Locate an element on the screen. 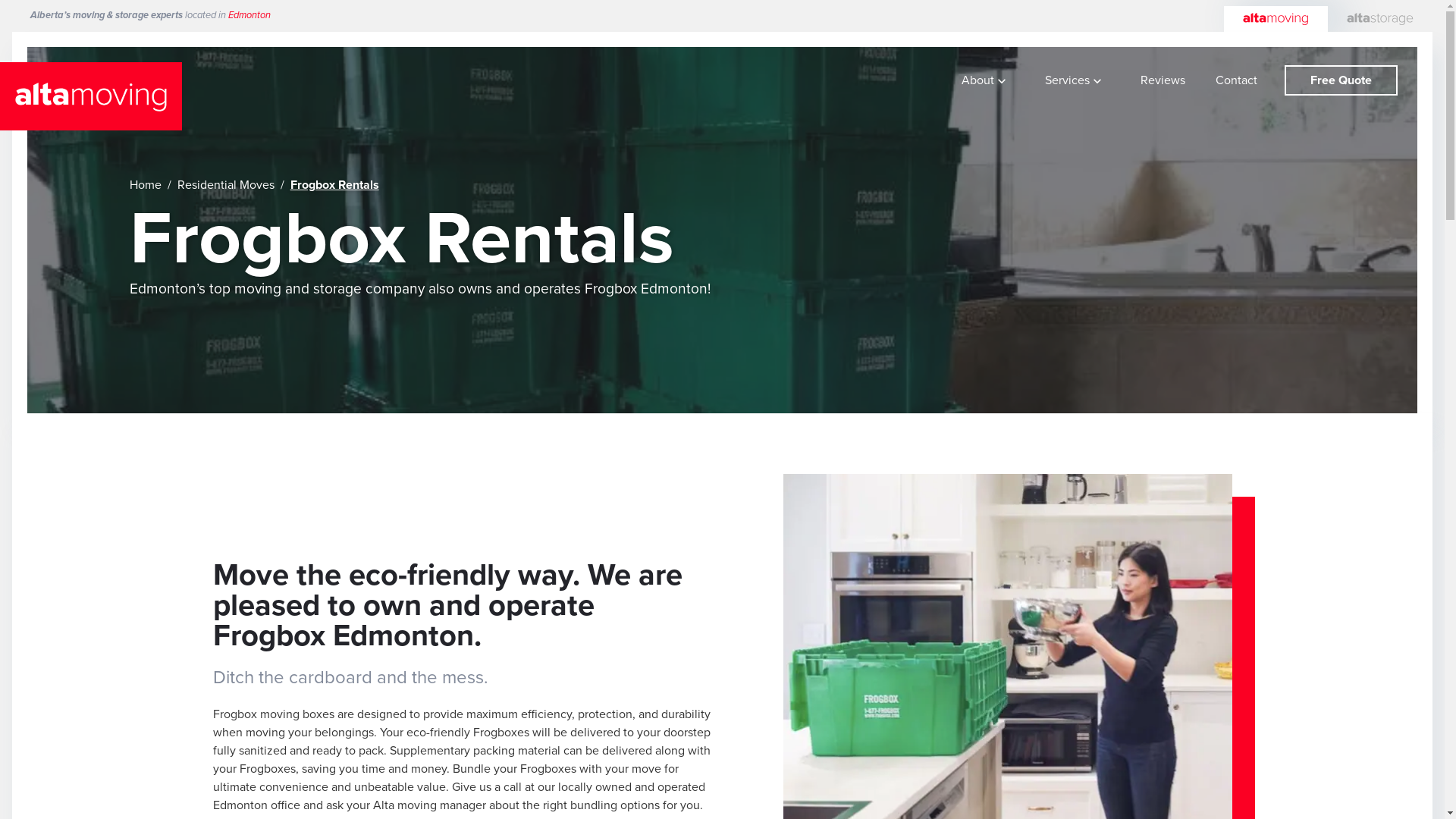  'Edmonton' is located at coordinates (249, 14).